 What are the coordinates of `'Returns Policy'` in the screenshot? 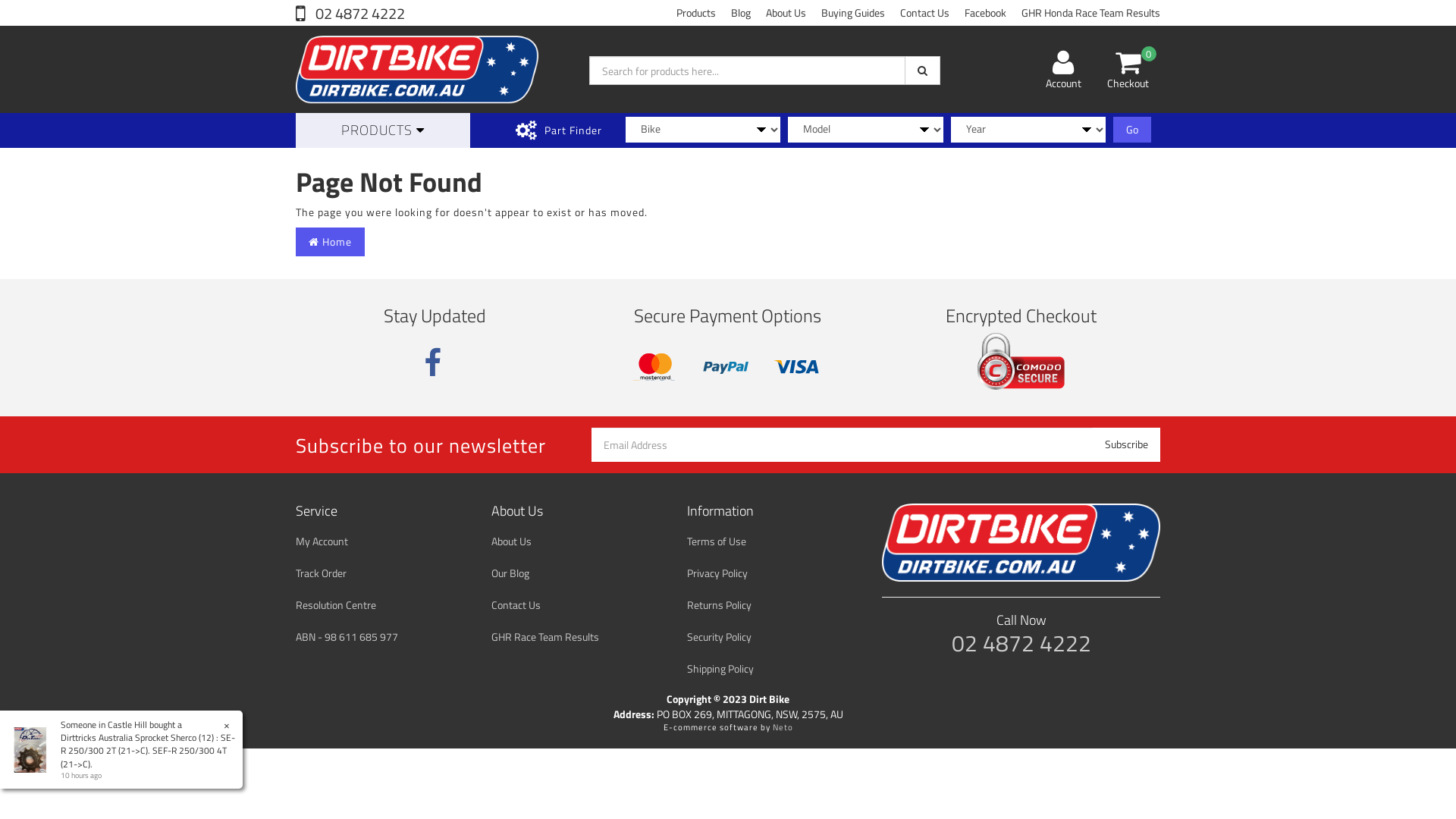 It's located at (771, 604).